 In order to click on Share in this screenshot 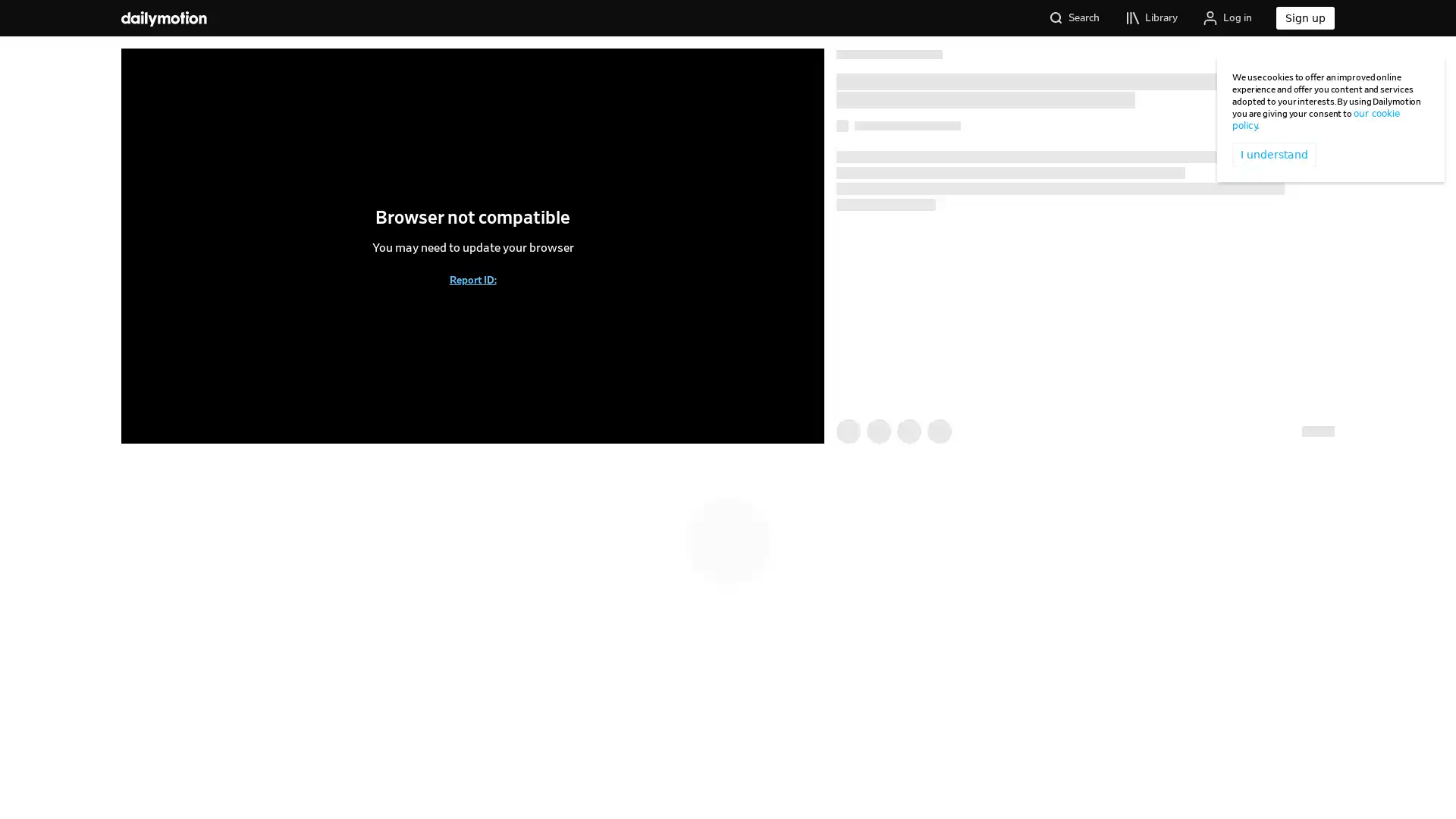, I will do `click(908, 383)`.